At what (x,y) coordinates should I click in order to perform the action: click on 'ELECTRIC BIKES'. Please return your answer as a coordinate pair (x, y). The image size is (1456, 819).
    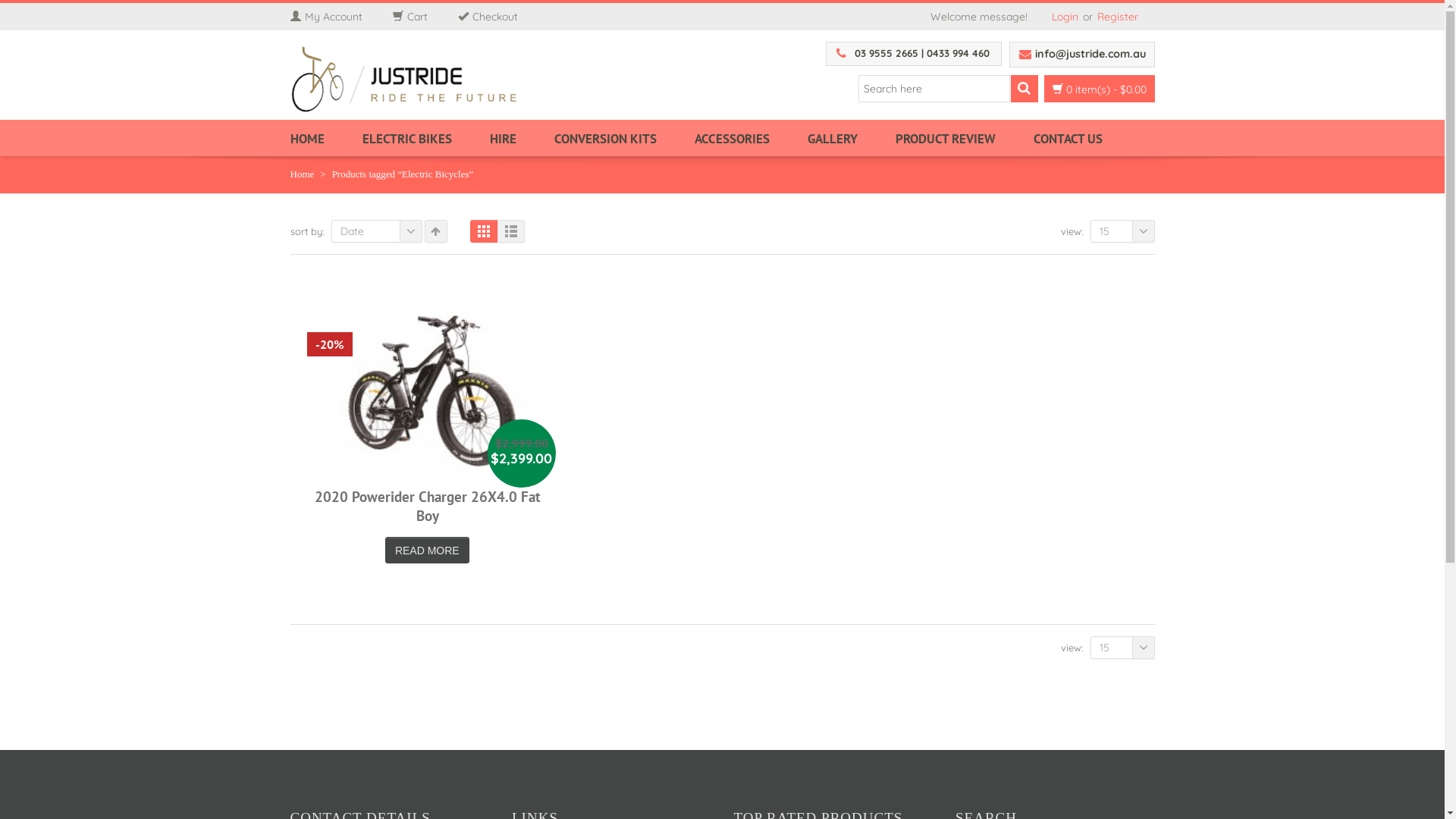
    Looking at the image, I should click on (425, 137).